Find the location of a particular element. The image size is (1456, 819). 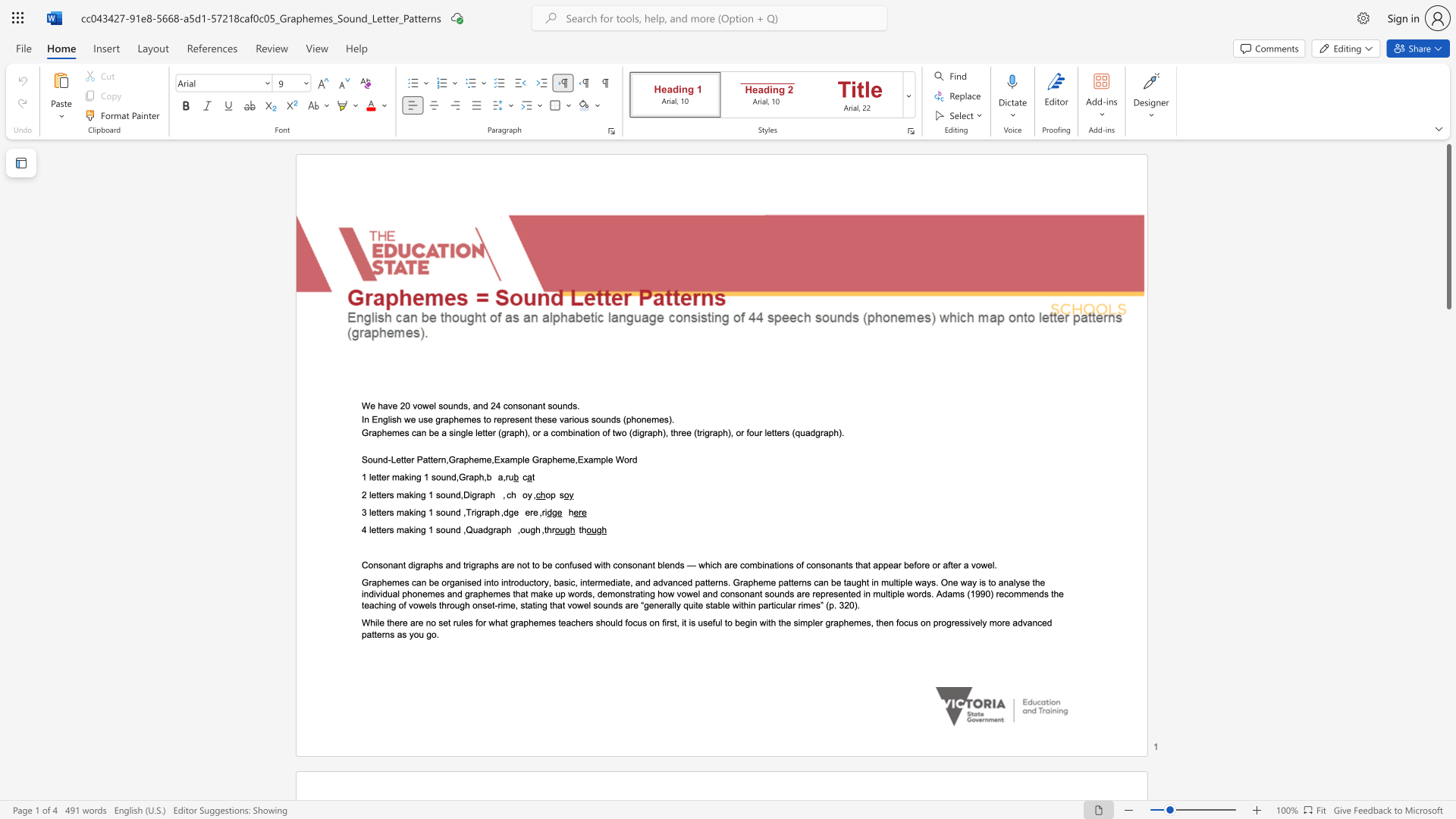

the scrollbar to slide the page down is located at coordinates (1448, 622).